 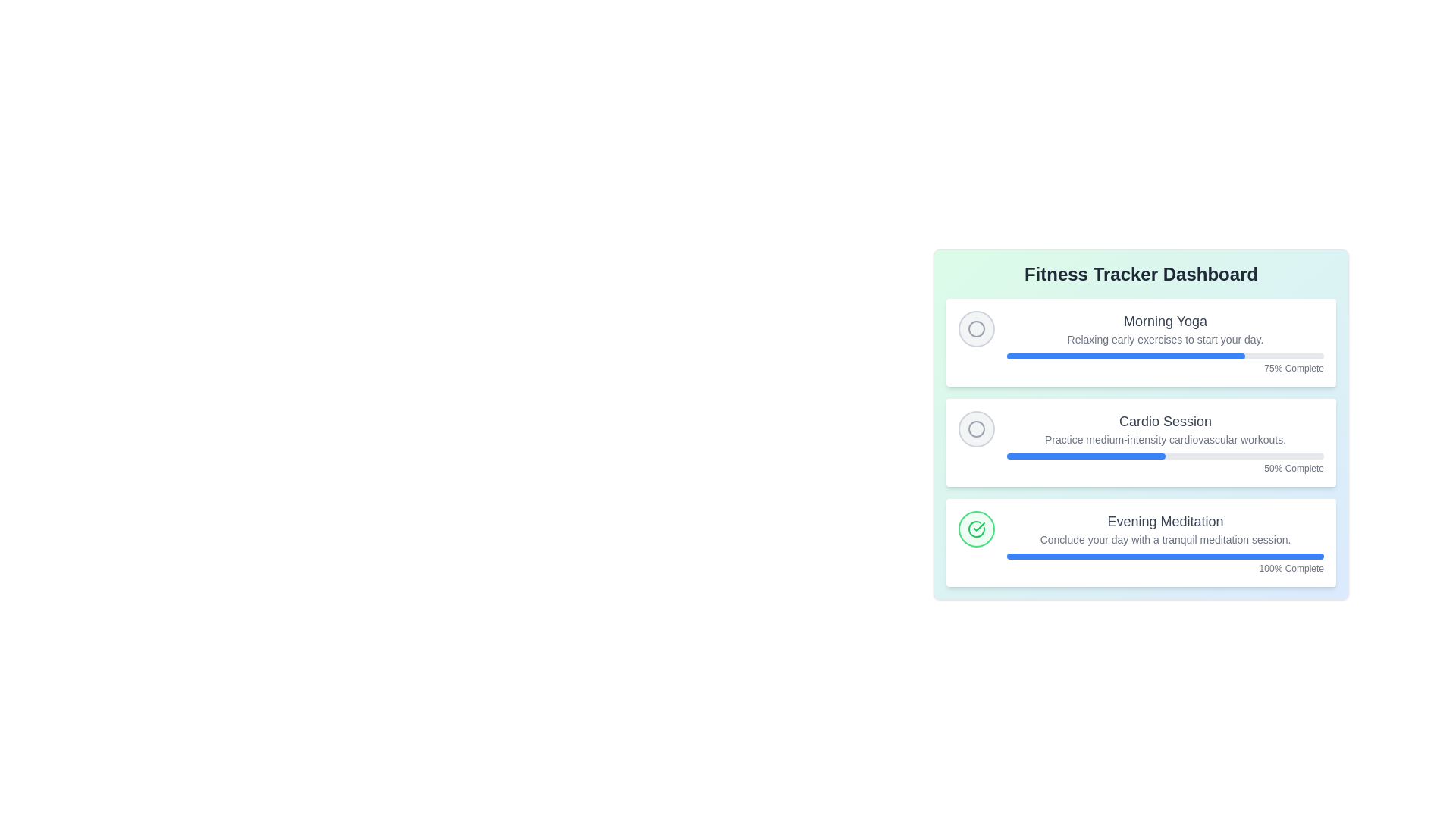 What do you see at coordinates (1164, 321) in the screenshot?
I see `text content of the bold label displaying 'Morning Yoga' located at the top of the first item in a vertically listed group of activities` at bounding box center [1164, 321].